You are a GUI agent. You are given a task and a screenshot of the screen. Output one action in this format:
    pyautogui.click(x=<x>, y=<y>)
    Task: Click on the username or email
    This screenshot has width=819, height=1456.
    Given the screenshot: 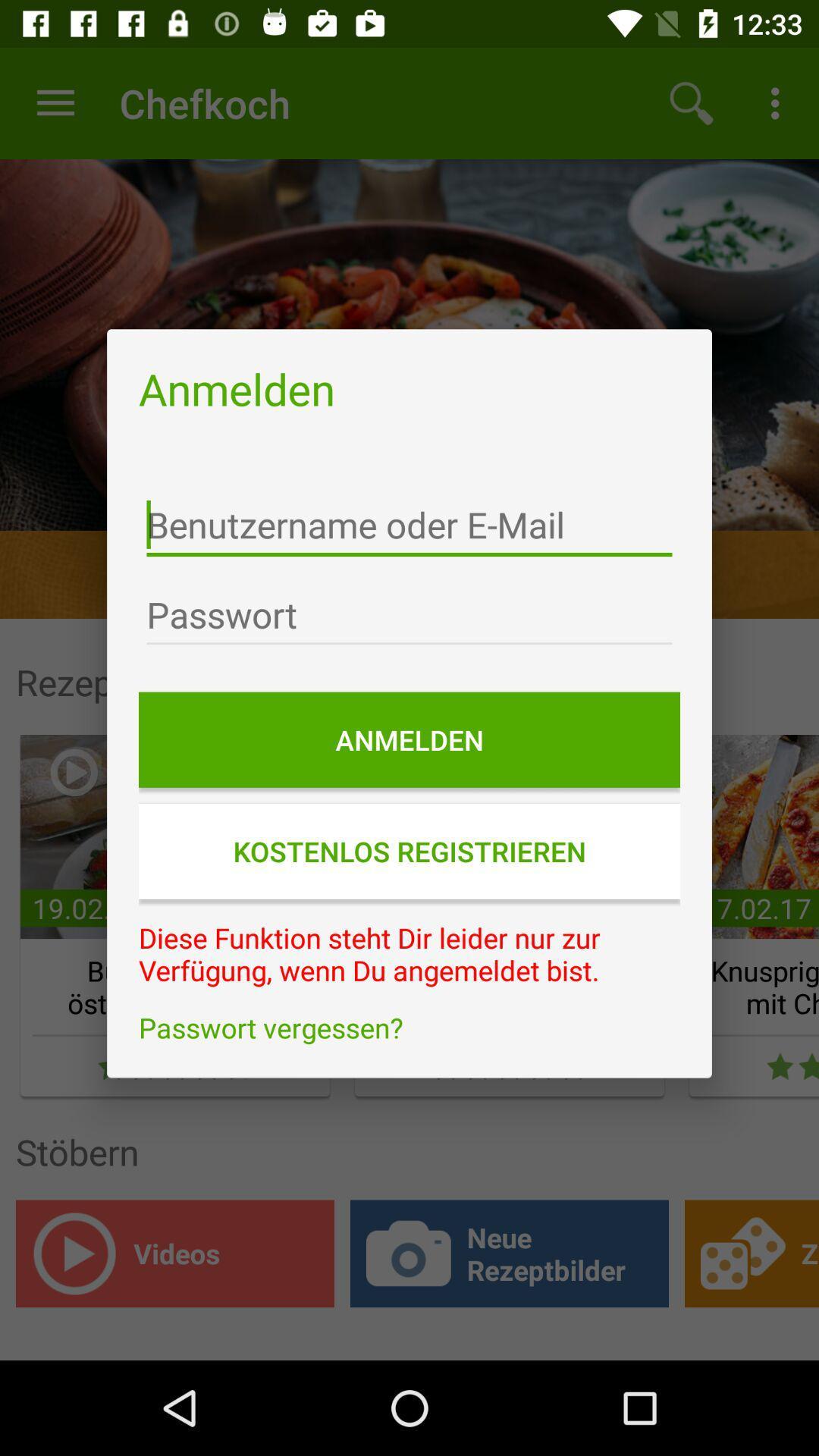 What is the action you would take?
    pyautogui.click(x=409, y=525)
    